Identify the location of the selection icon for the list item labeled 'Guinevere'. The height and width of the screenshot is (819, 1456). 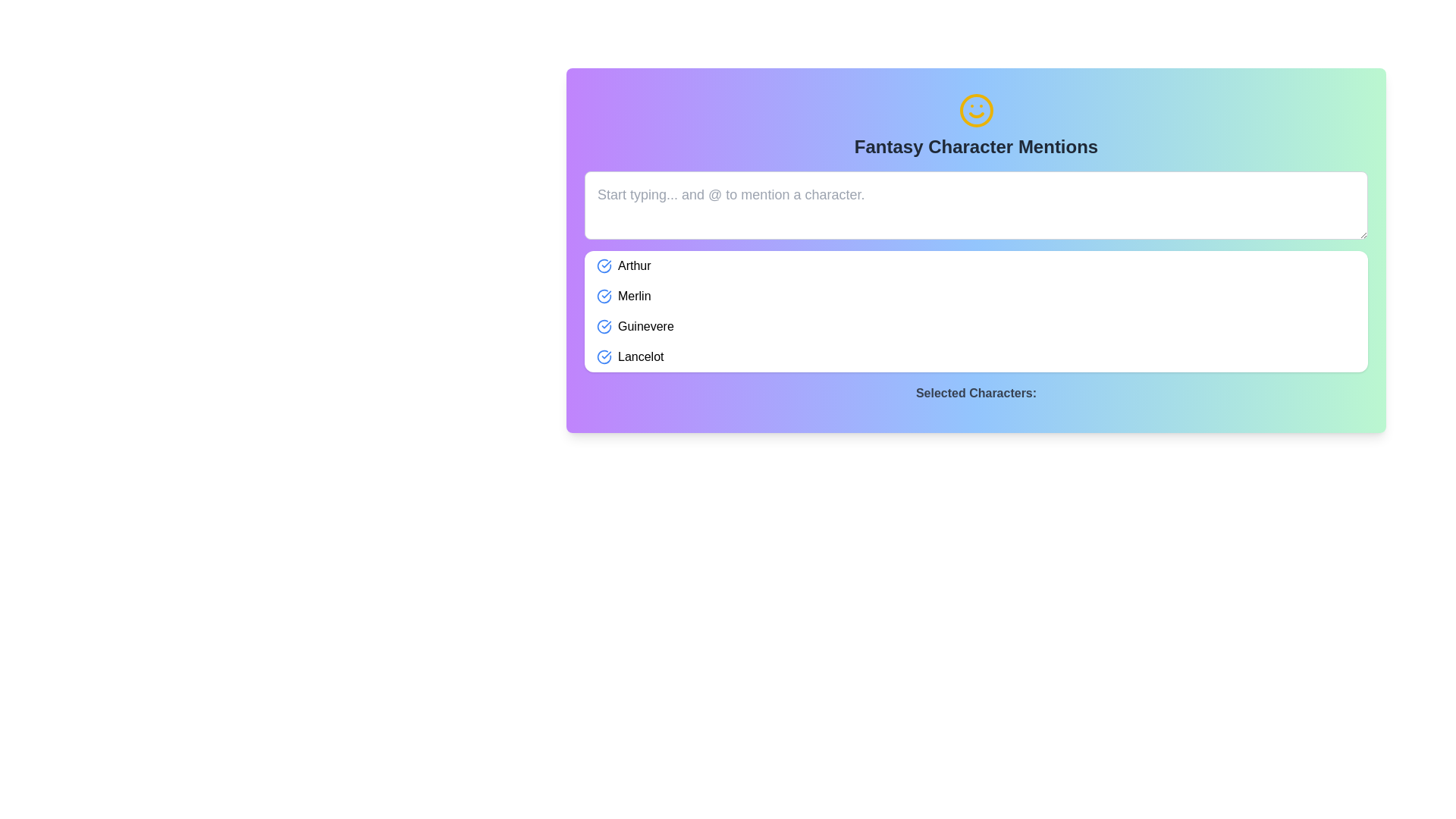
(603, 326).